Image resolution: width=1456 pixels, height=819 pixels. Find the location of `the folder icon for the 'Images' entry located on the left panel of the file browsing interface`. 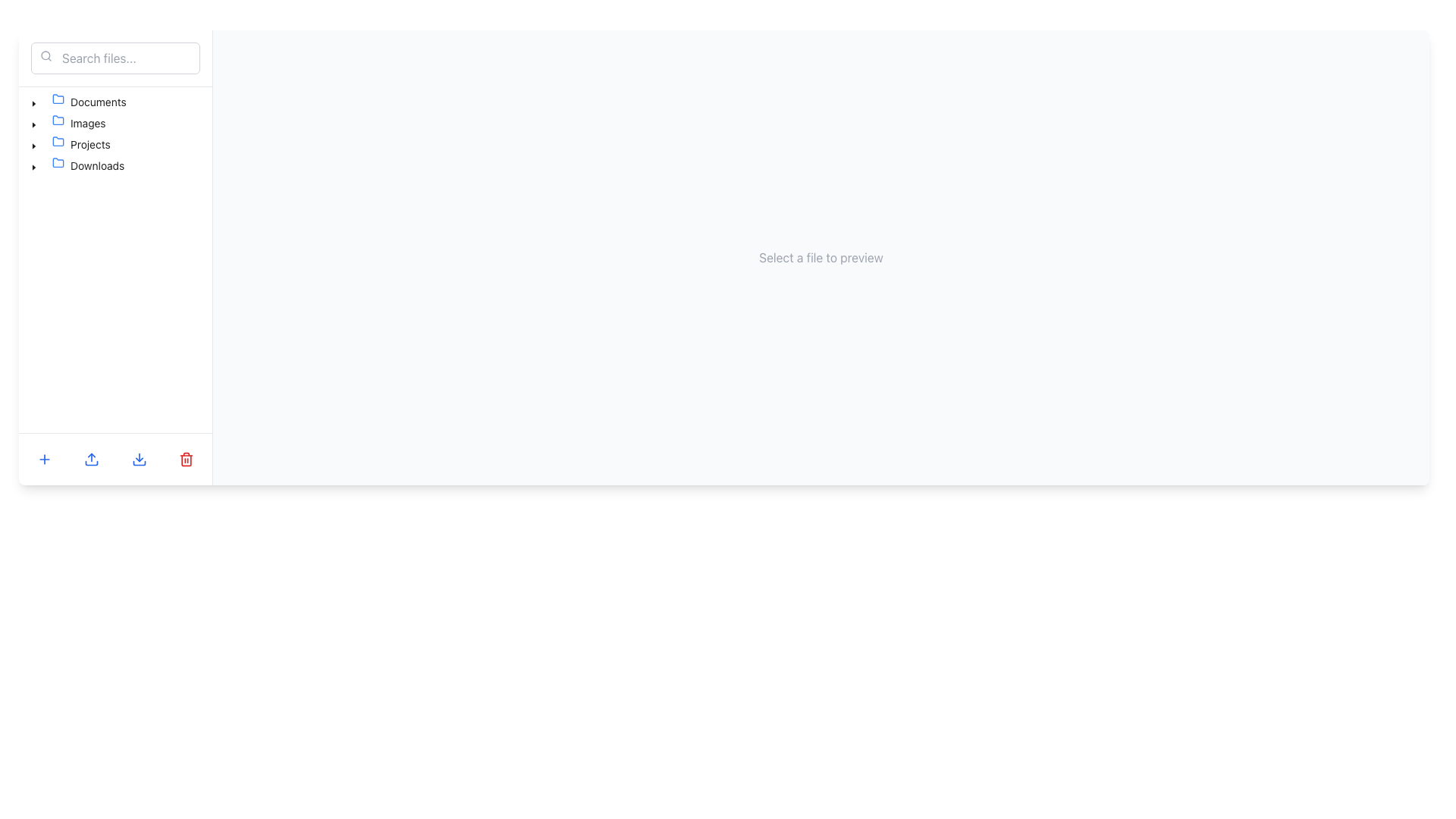

the folder icon for the 'Images' entry located on the left panel of the file browsing interface is located at coordinates (61, 122).